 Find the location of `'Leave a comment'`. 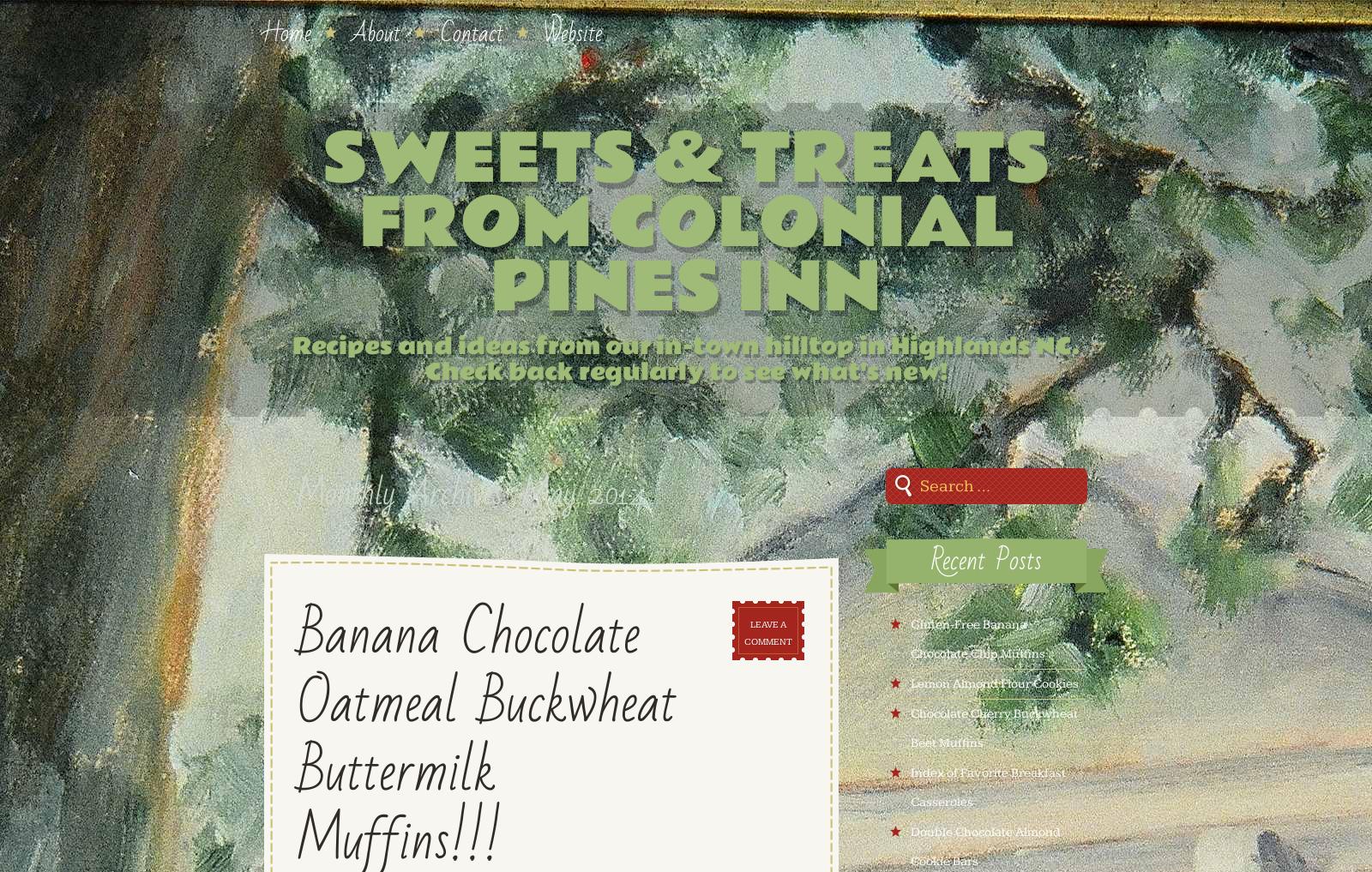

'Leave a comment' is located at coordinates (767, 633).